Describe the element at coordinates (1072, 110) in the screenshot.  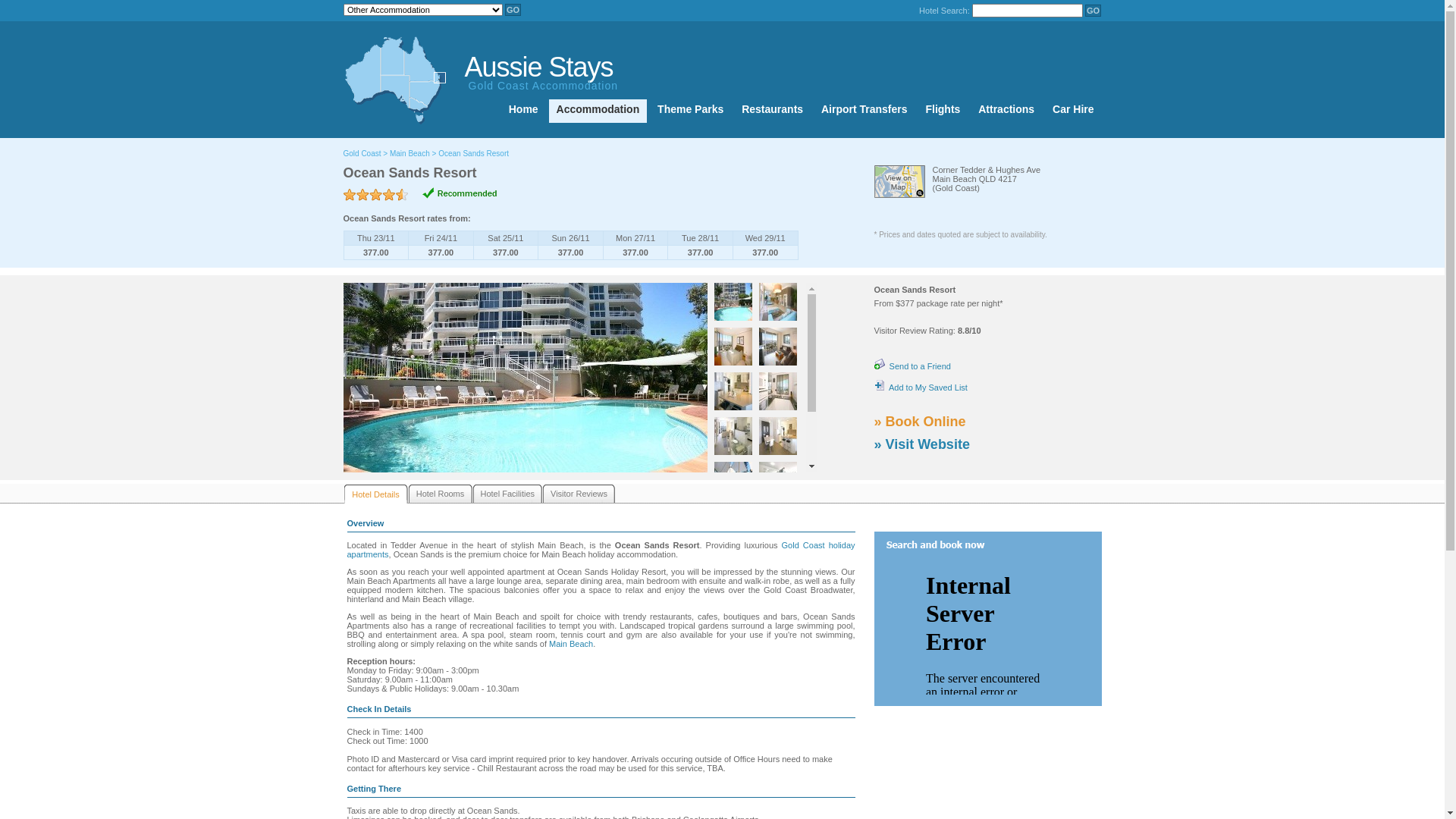
I see `'Car Hire'` at that location.